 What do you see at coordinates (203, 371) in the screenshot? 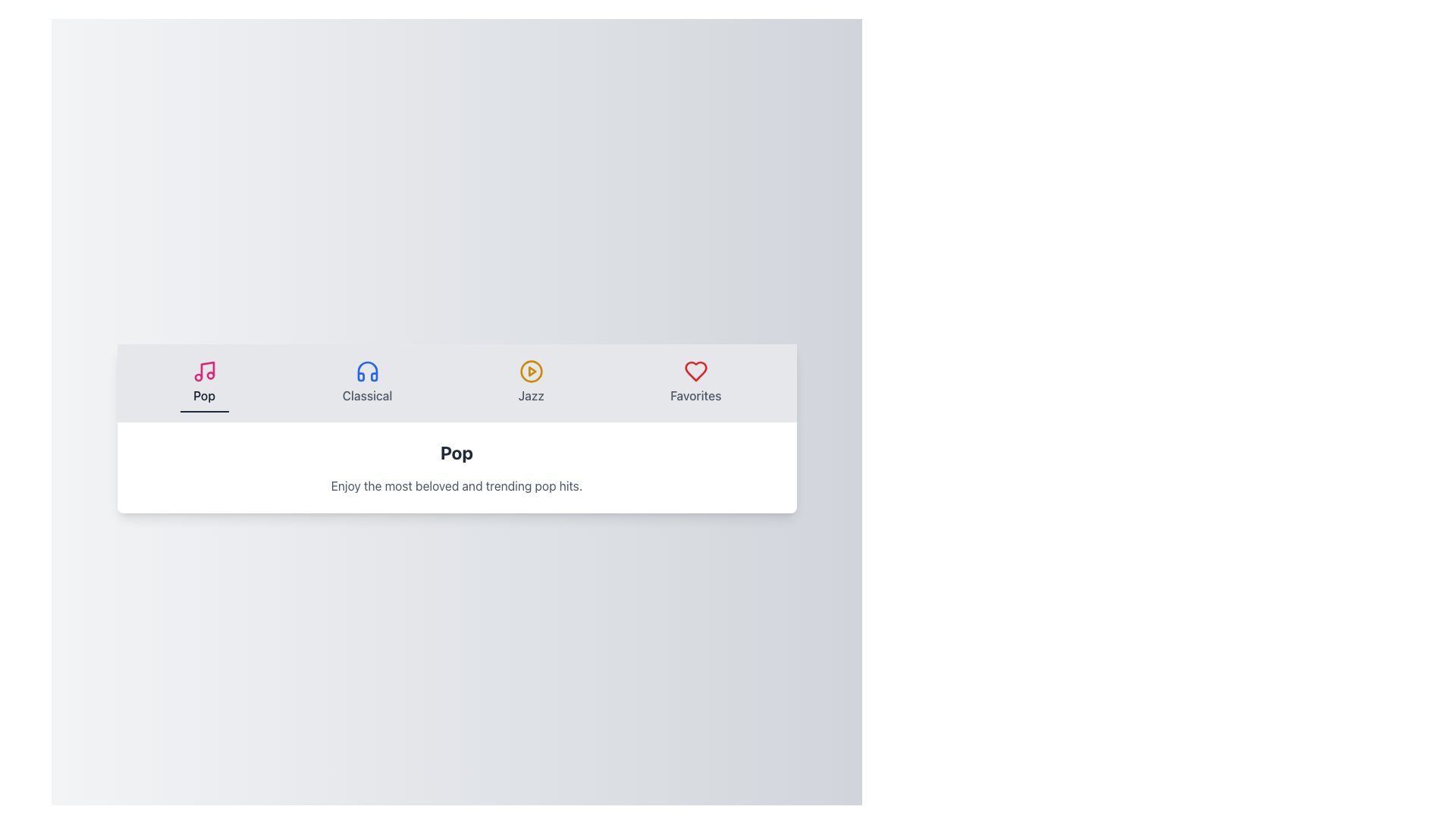
I see `the music notes icon in pink color located in the top center navigation bar, which is visually linked to the label 'Pop'` at bounding box center [203, 371].